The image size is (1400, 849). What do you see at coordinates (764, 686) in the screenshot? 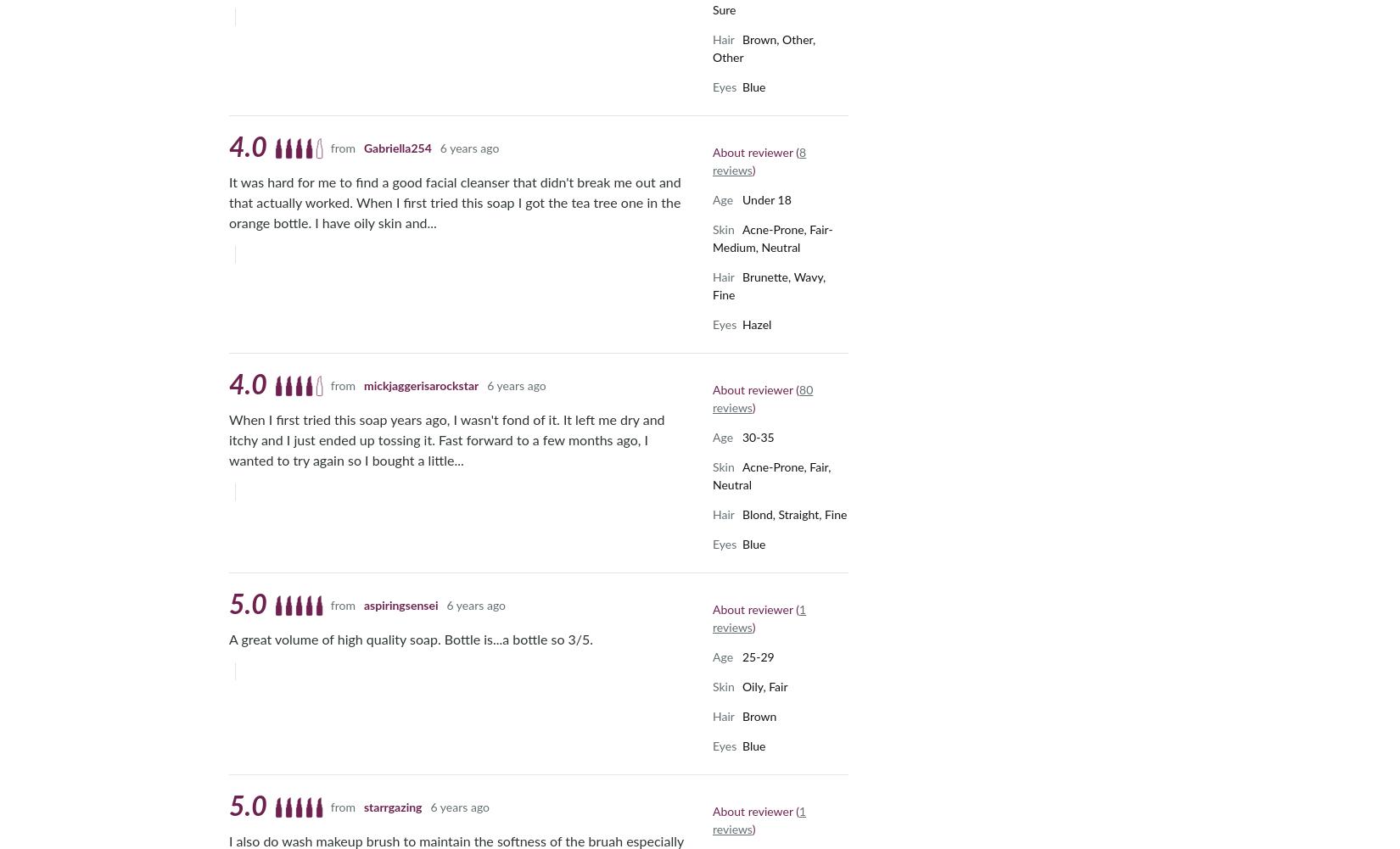
I see `'Oily, Fair'` at bounding box center [764, 686].